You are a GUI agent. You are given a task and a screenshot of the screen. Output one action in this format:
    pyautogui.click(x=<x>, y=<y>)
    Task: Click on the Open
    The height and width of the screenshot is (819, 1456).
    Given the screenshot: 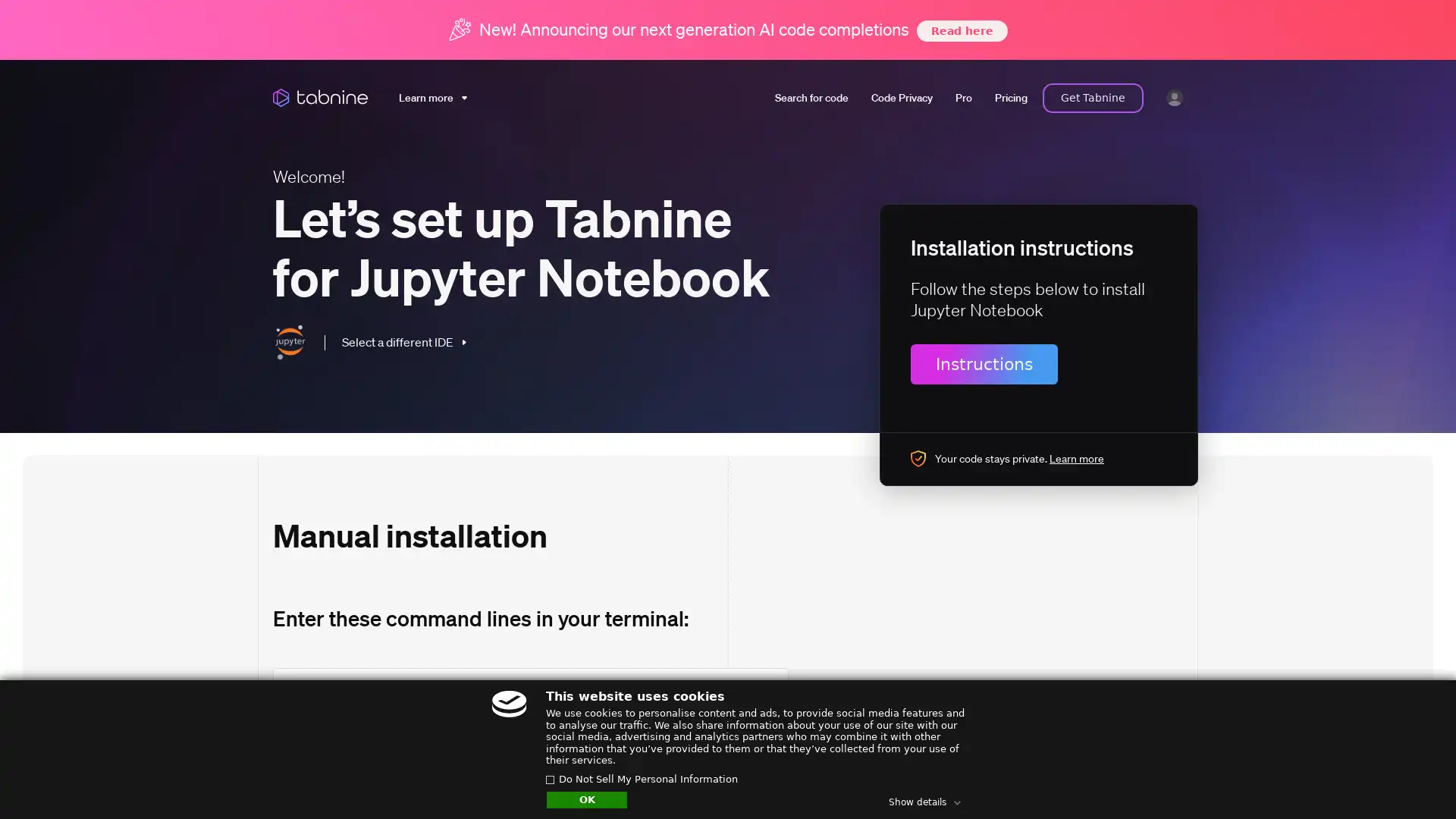 What is the action you would take?
    pyautogui.click(x=1410, y=778)
    